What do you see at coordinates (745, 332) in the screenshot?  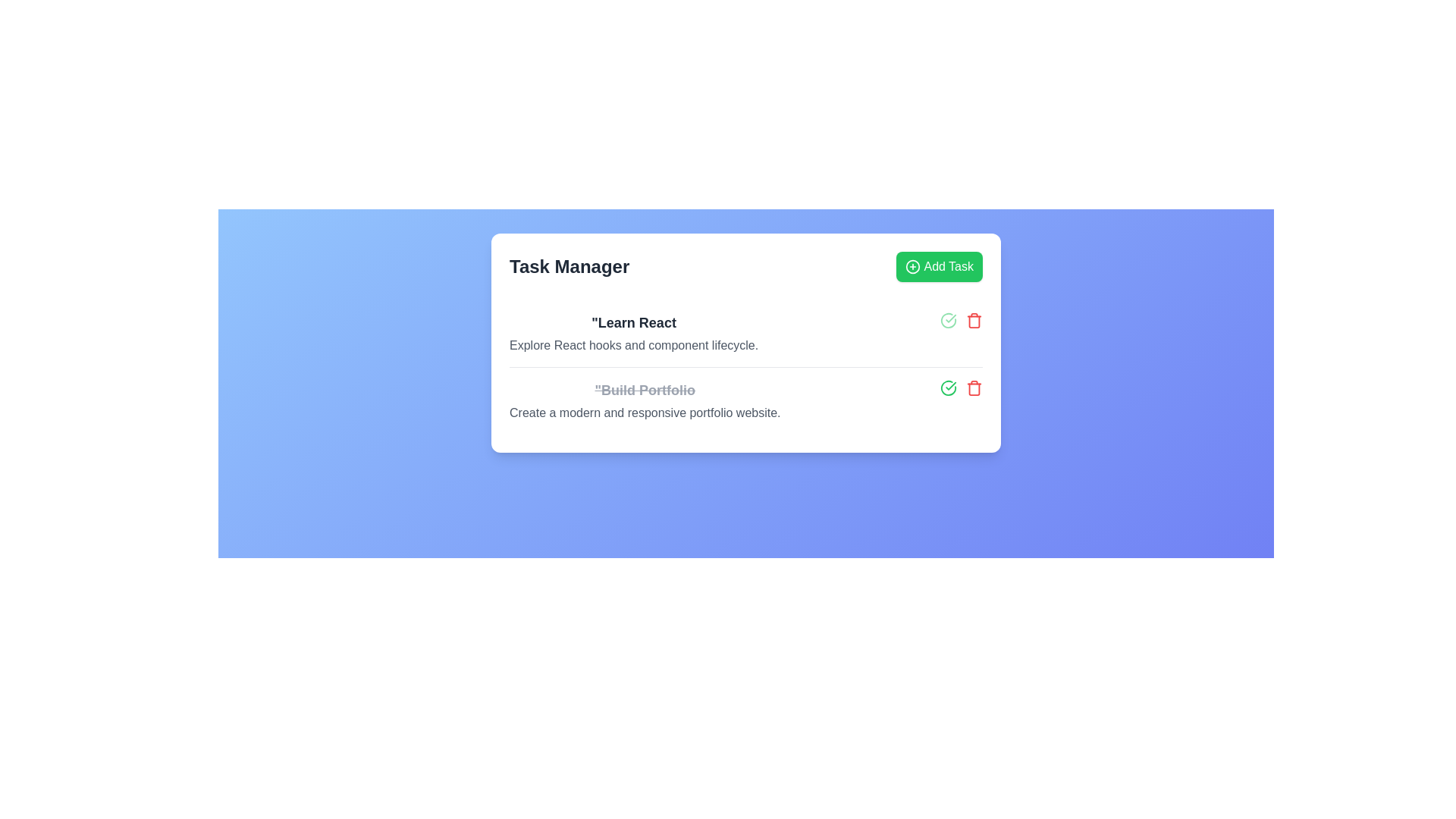 I see `the first task item in the task list located beneath the 'Task Manager' header` at bounding box center [745, 332].